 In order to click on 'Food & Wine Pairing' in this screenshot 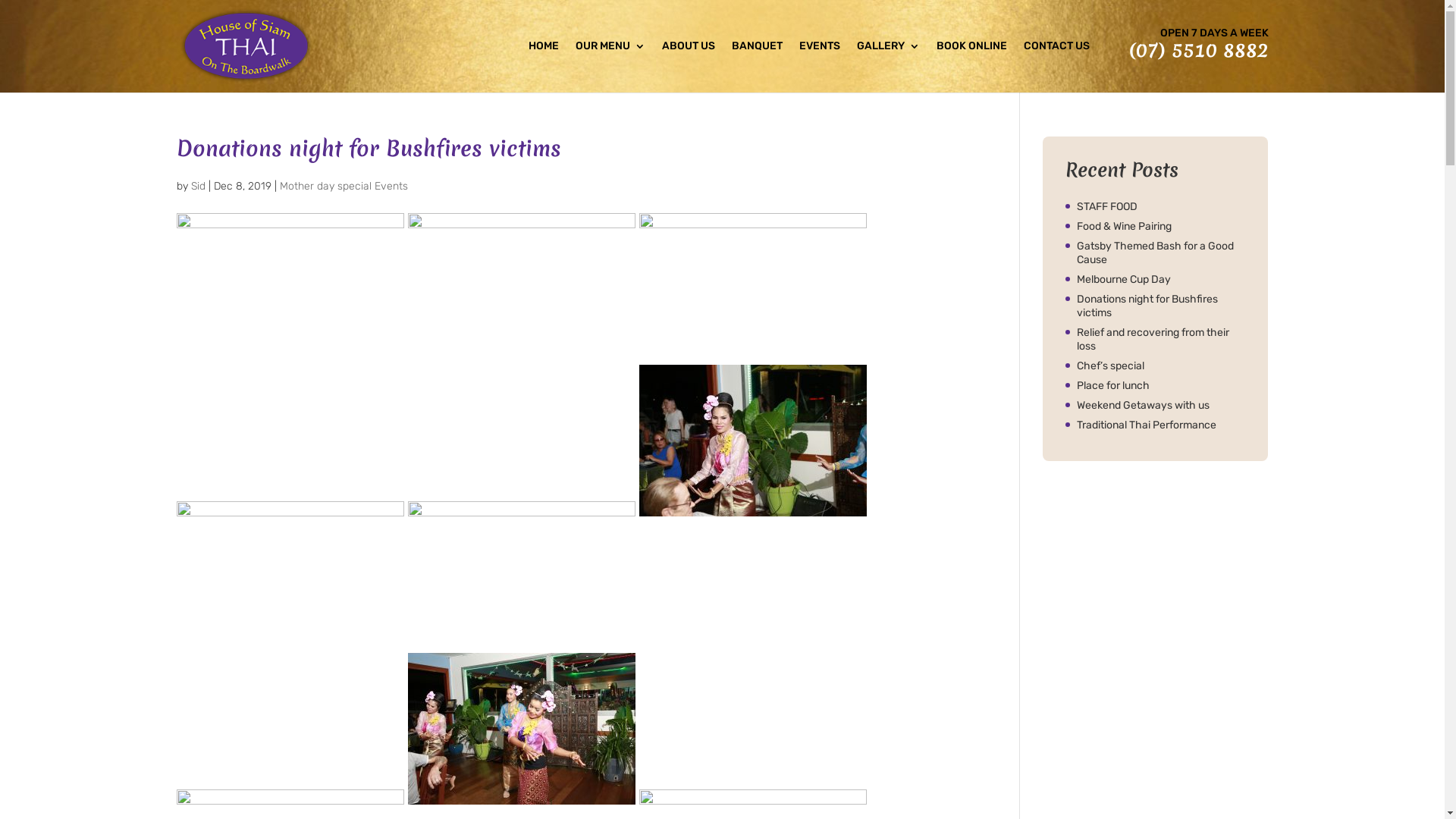, I will do `click(1160, 227)`.